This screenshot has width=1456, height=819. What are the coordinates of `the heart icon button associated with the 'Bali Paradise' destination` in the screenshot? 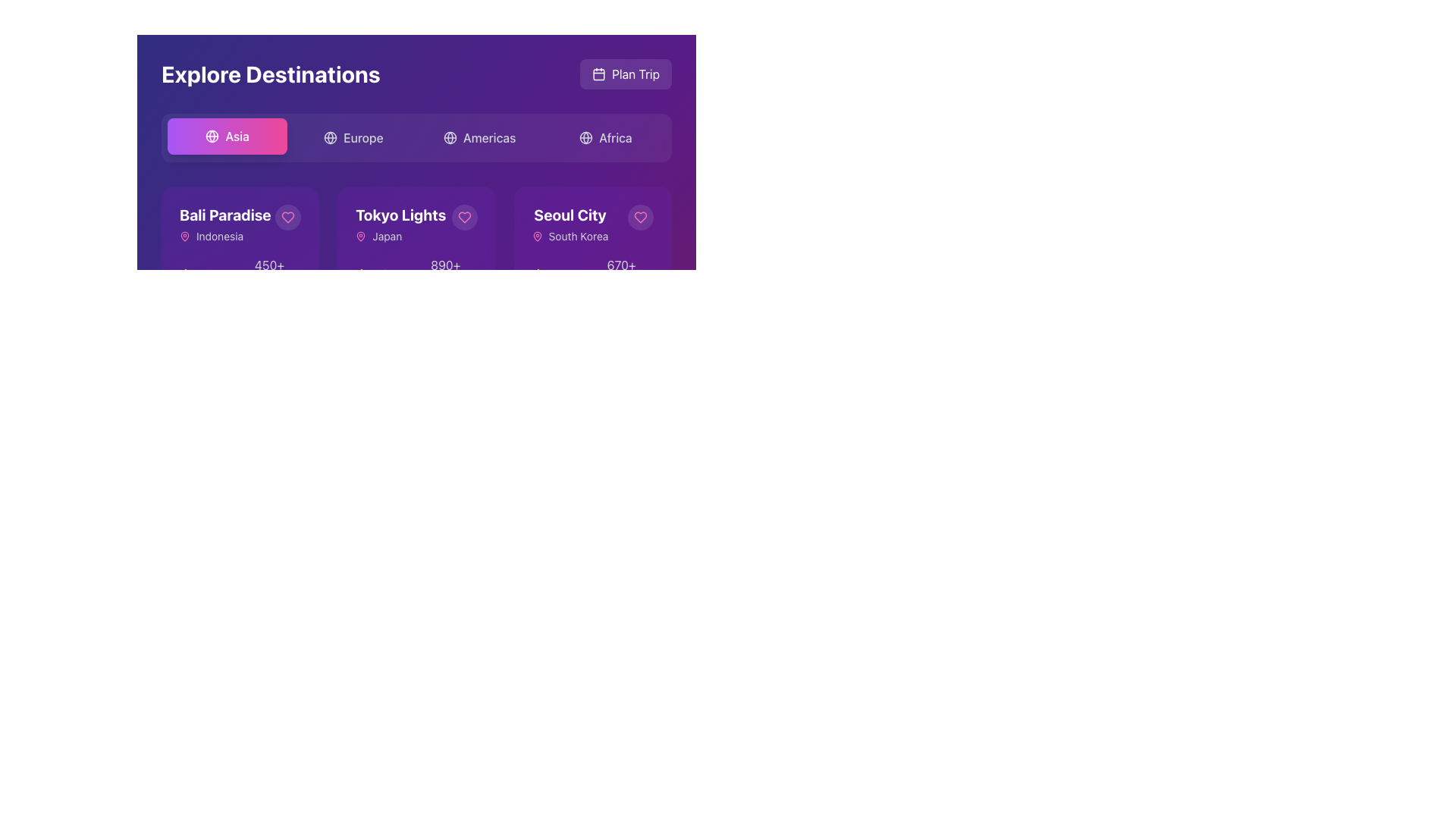 It's located at (288, 217).